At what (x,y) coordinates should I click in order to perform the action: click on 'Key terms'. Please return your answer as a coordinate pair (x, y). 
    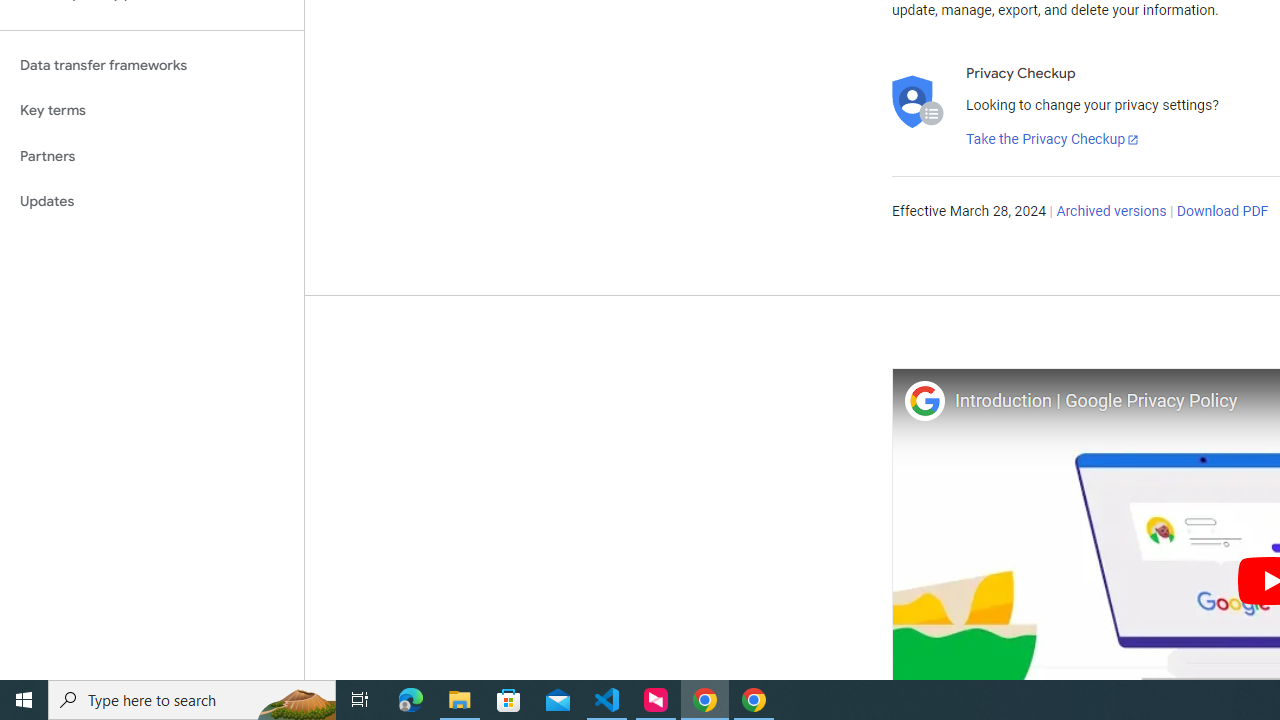
    Looking at the image, I should click on (151, 110).